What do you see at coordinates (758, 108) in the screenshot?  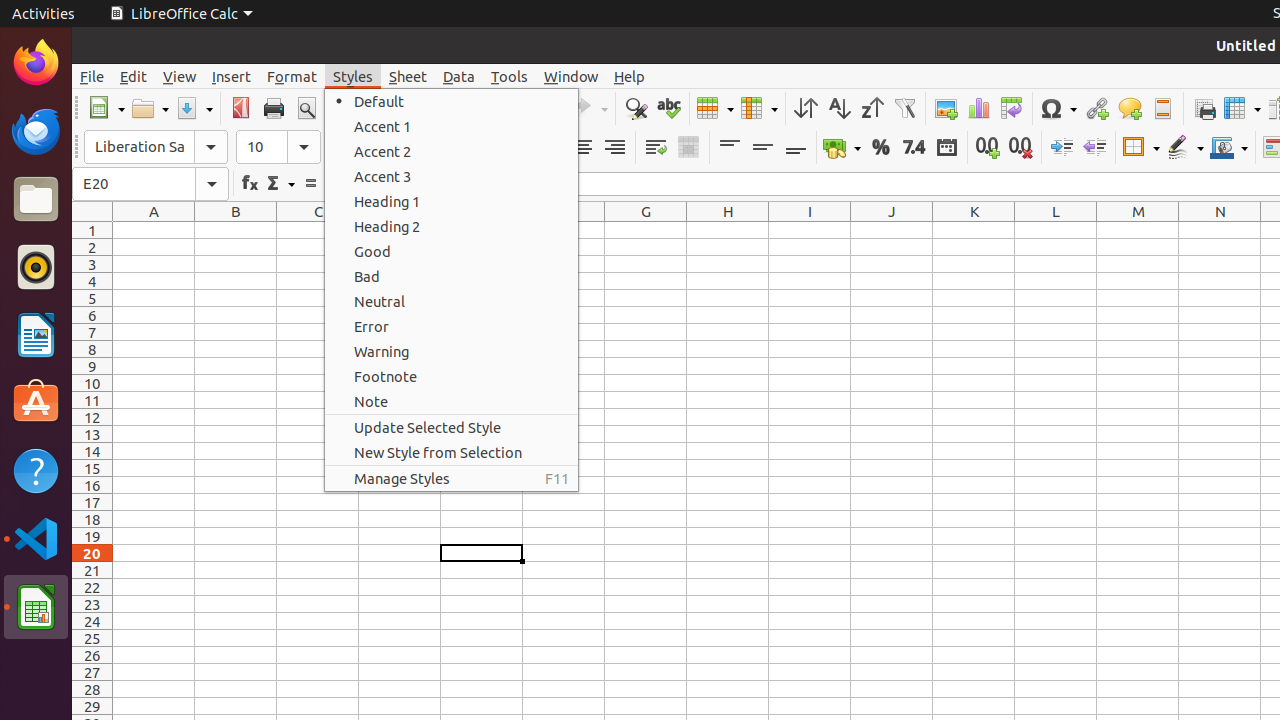 I see `'Column'` at bounding box center [758, 108].